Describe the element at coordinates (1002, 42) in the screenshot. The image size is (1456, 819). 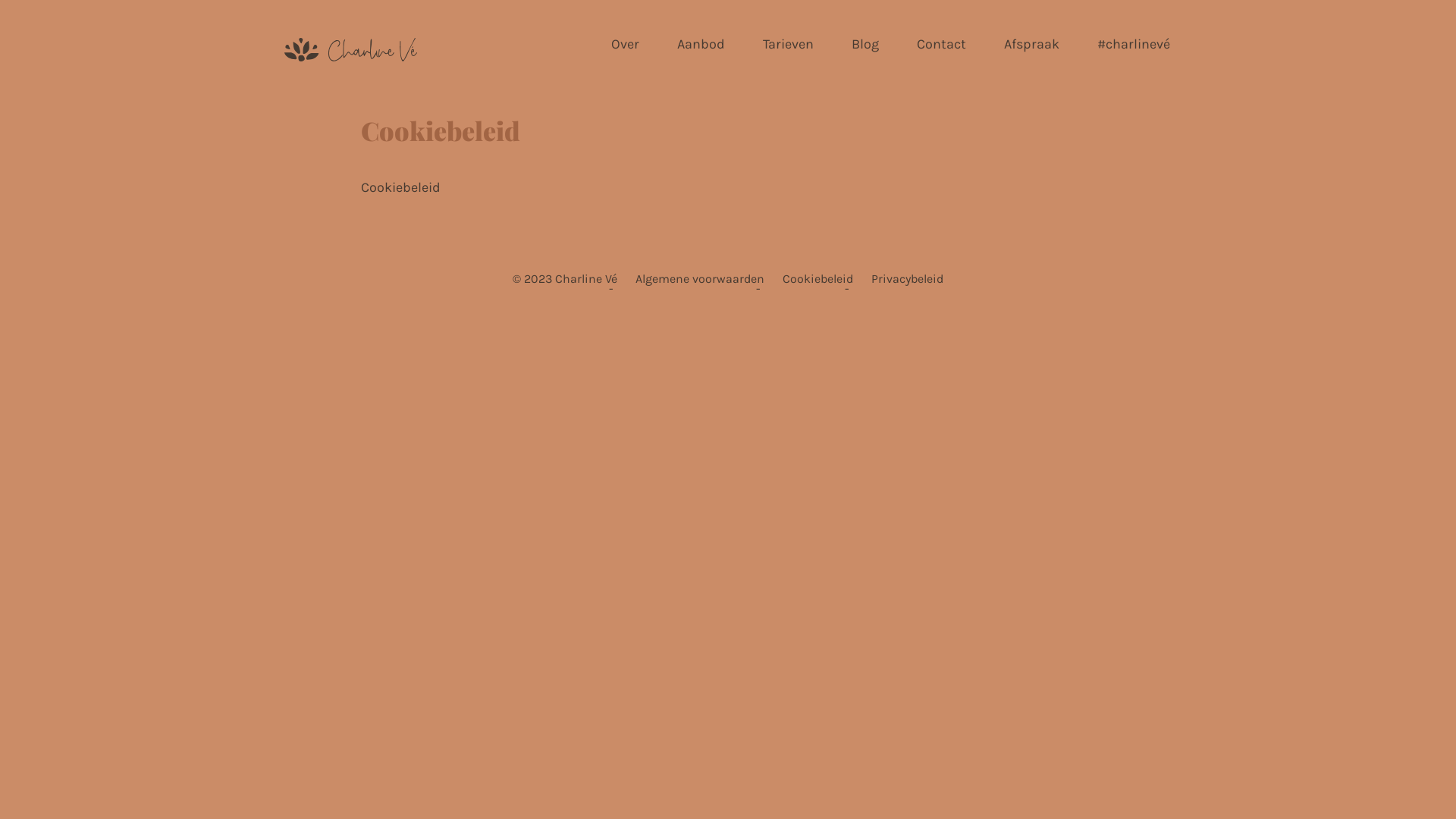
I see `'Afspraak'` at that location.